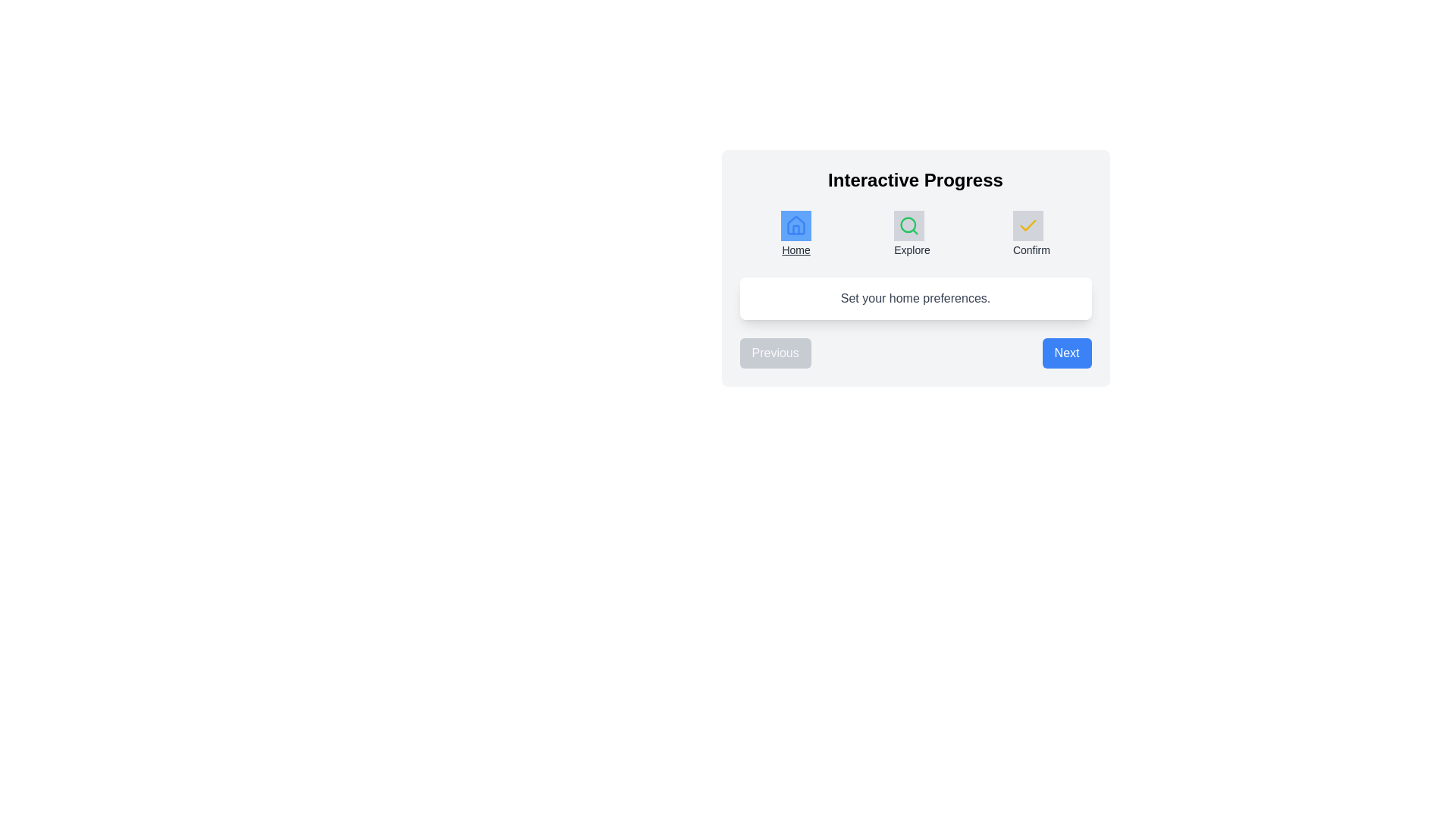 Image resolution: width=1456 pixels, height=819 pixels. What do you see at coordinates (912, 234) in the screenshot?
I see `the step Explore to view its description` at bounding box center [912, 234].